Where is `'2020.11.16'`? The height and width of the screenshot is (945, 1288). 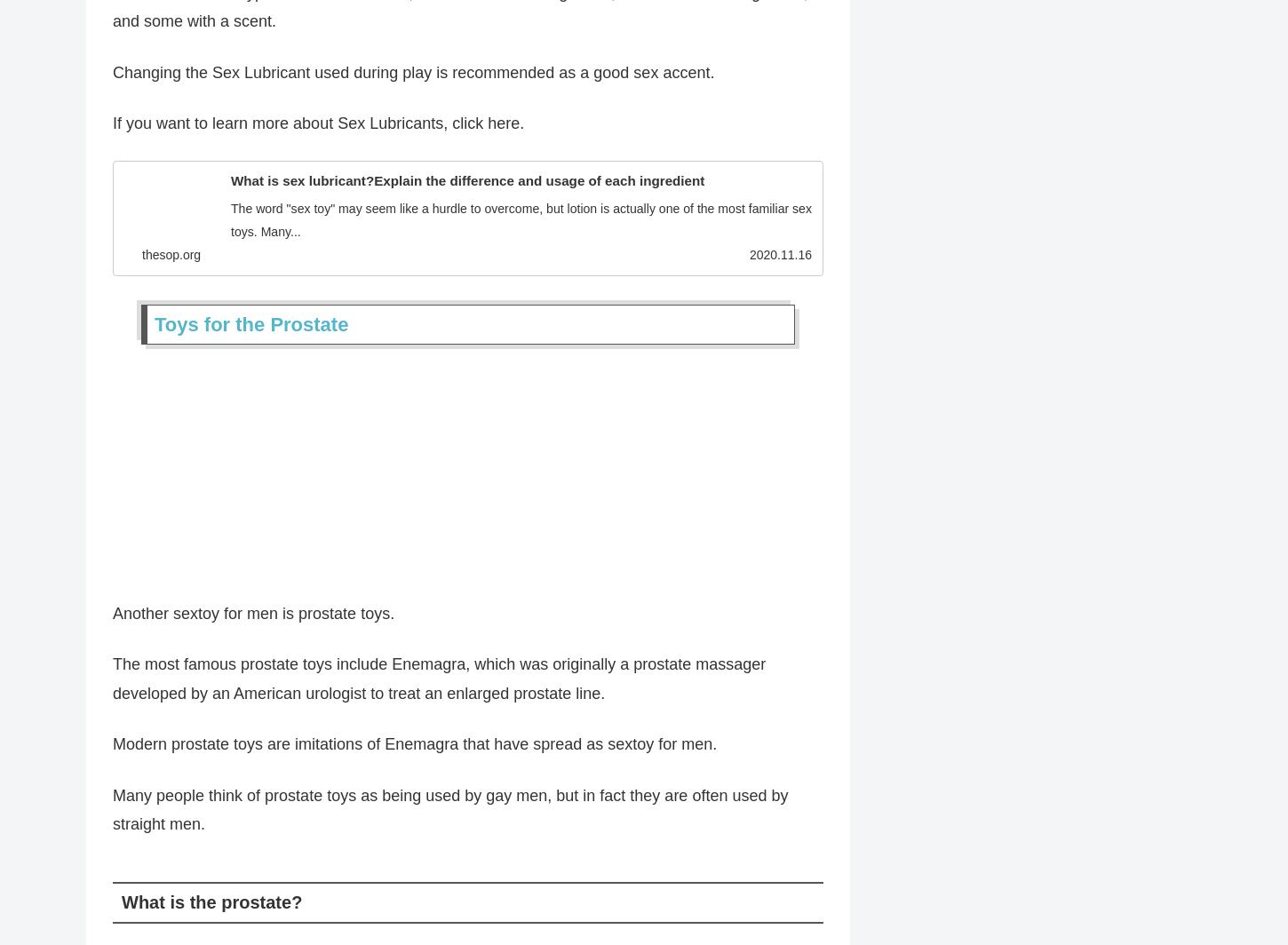 '2020.11.16' is located at coordinates (779, 260).